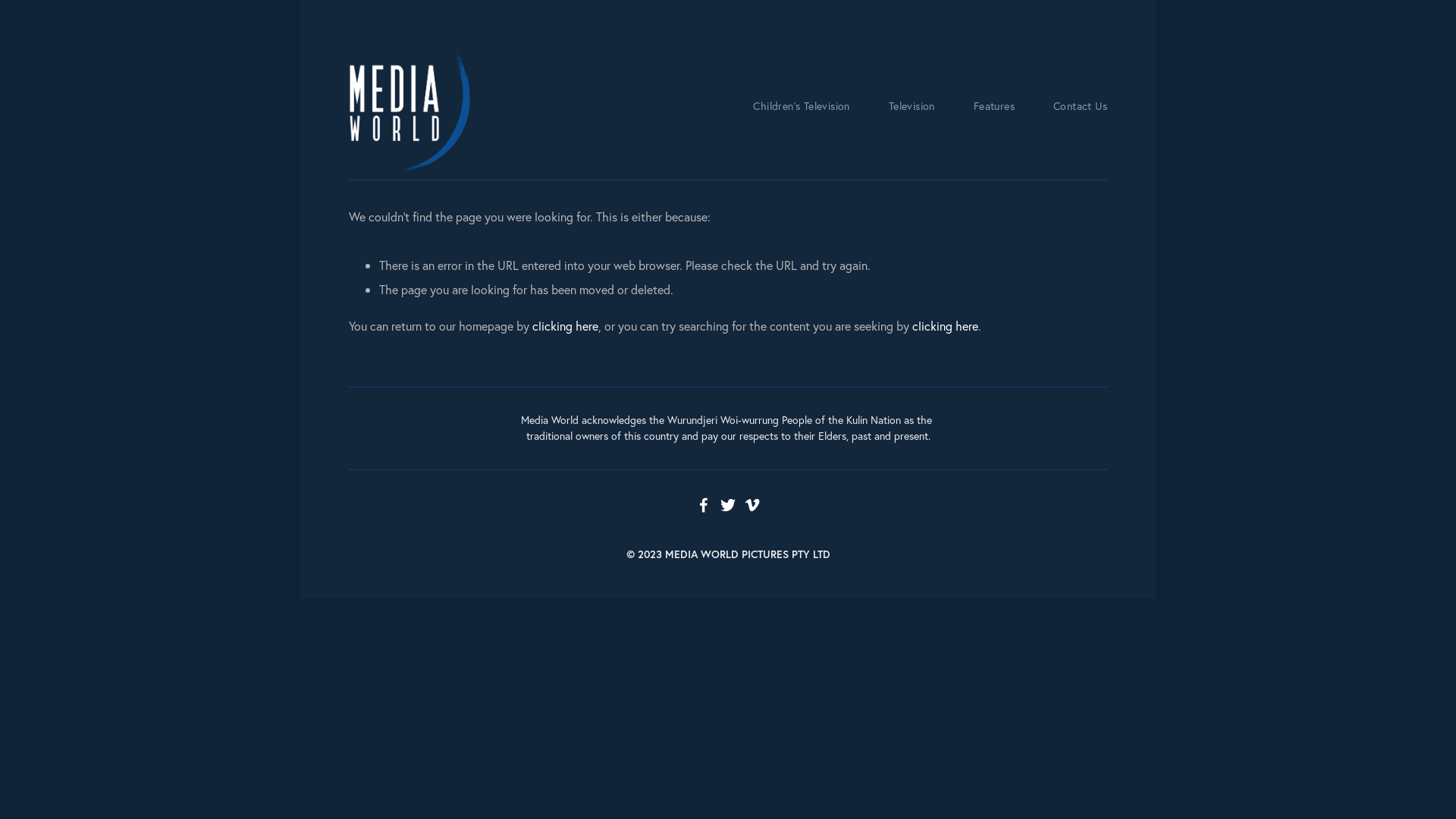 This screenshot has width=1456, height=819. I want to click on 'Contact Us', so click(1079, 106).